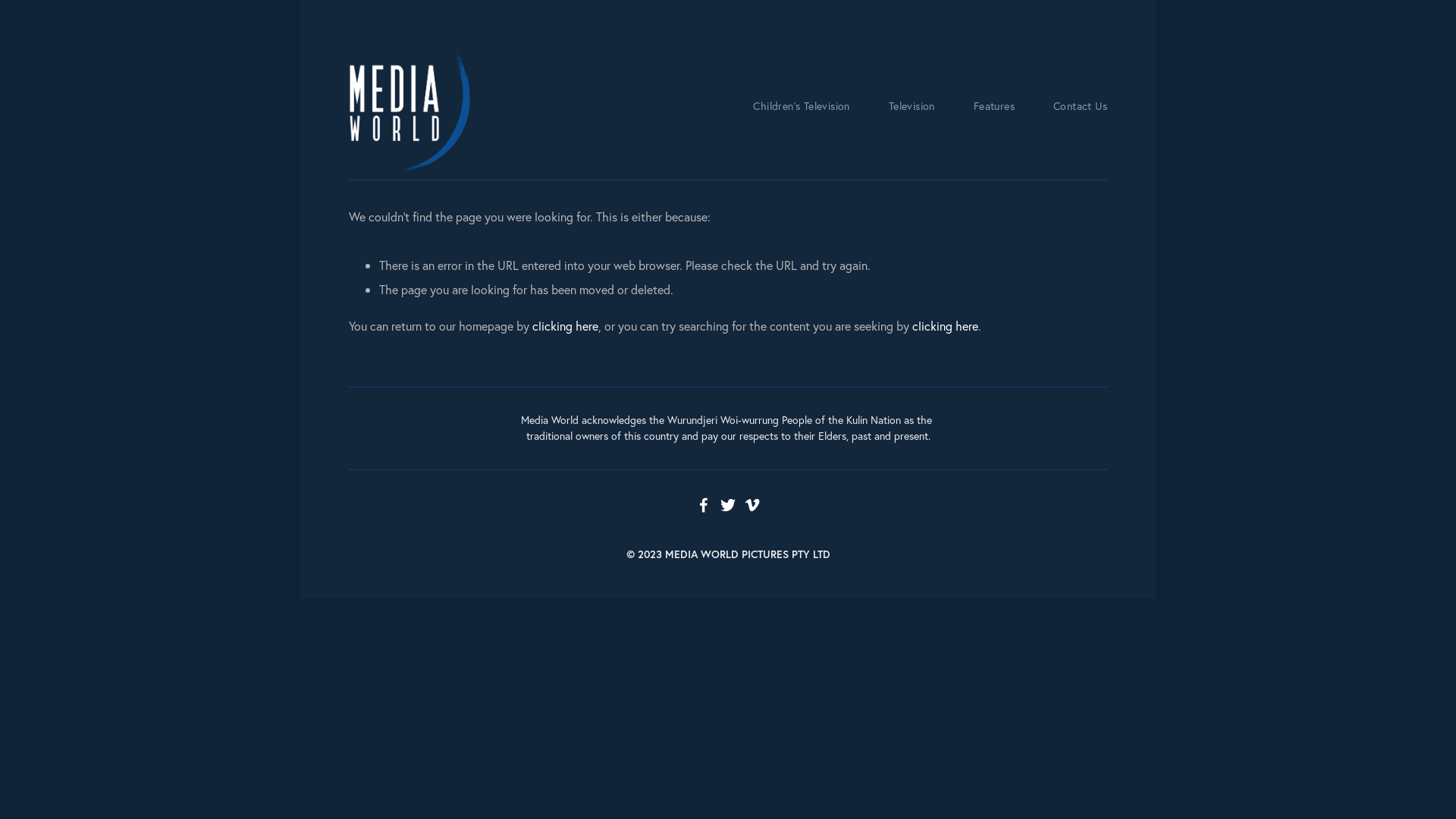 This screenshot has width=1456, height=819. I want to click on 'Contact Us', so click(1079, 106).